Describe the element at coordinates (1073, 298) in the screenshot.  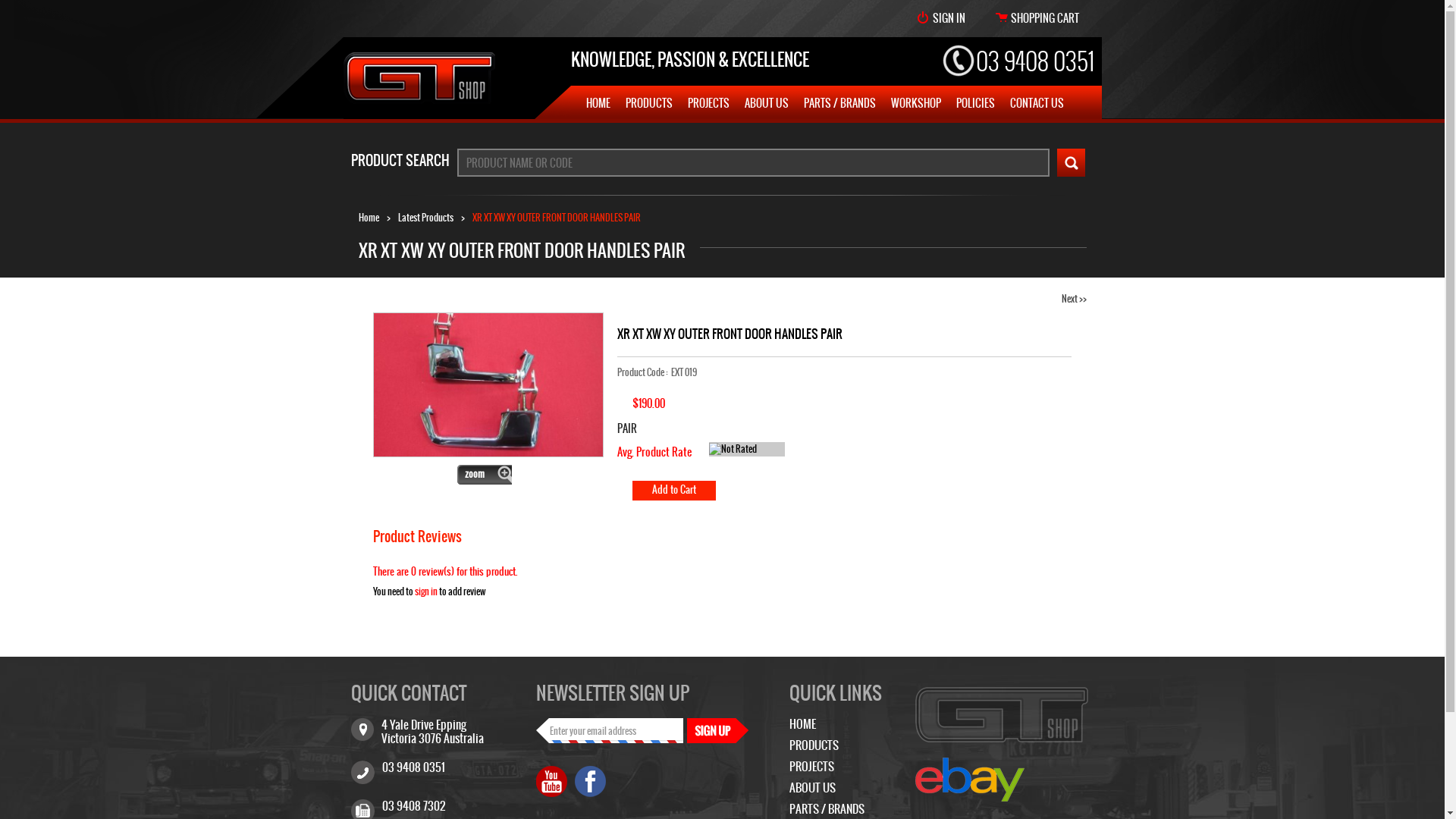
I see `'Next >>'` at that location.